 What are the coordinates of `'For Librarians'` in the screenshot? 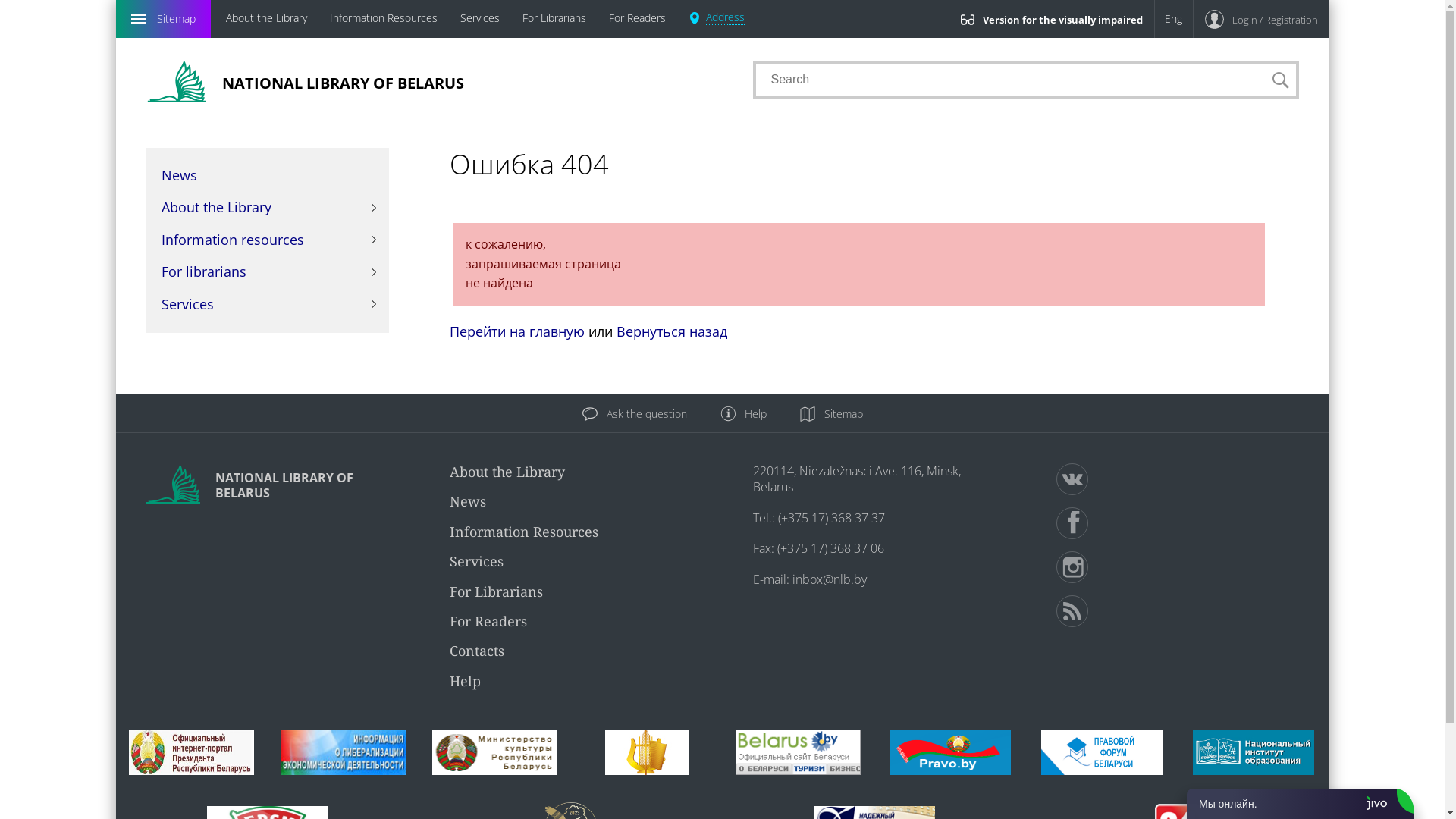 It's located at (552, 18).